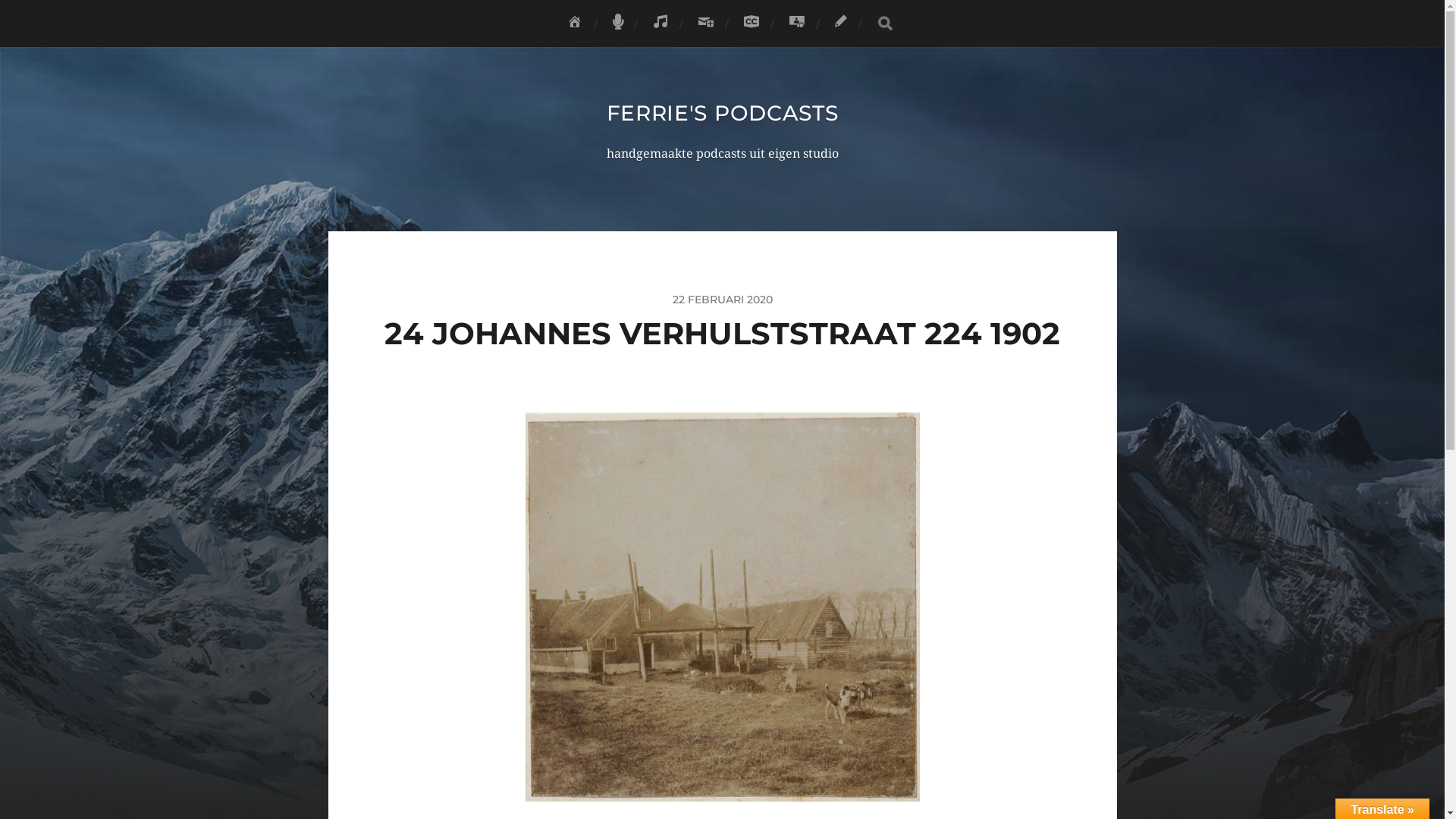 The image size is (1456, 819). What do you see at coordinates (722, 112) in the screenshot?
I see `'FERRIE'S PODCASTS'` at bounding box center [722, 112].